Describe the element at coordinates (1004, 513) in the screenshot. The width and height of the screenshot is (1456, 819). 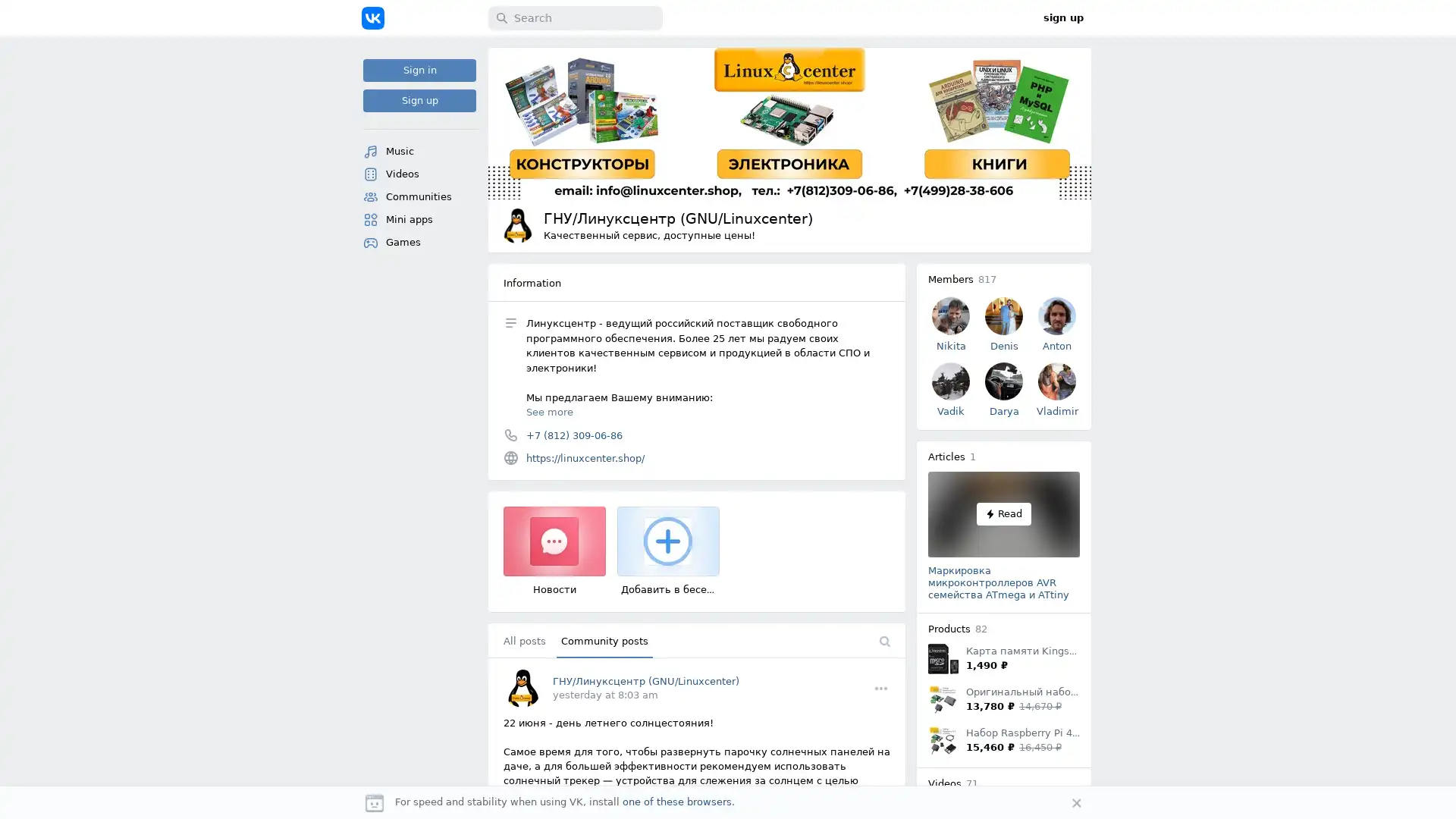
I see `Read` at that location.